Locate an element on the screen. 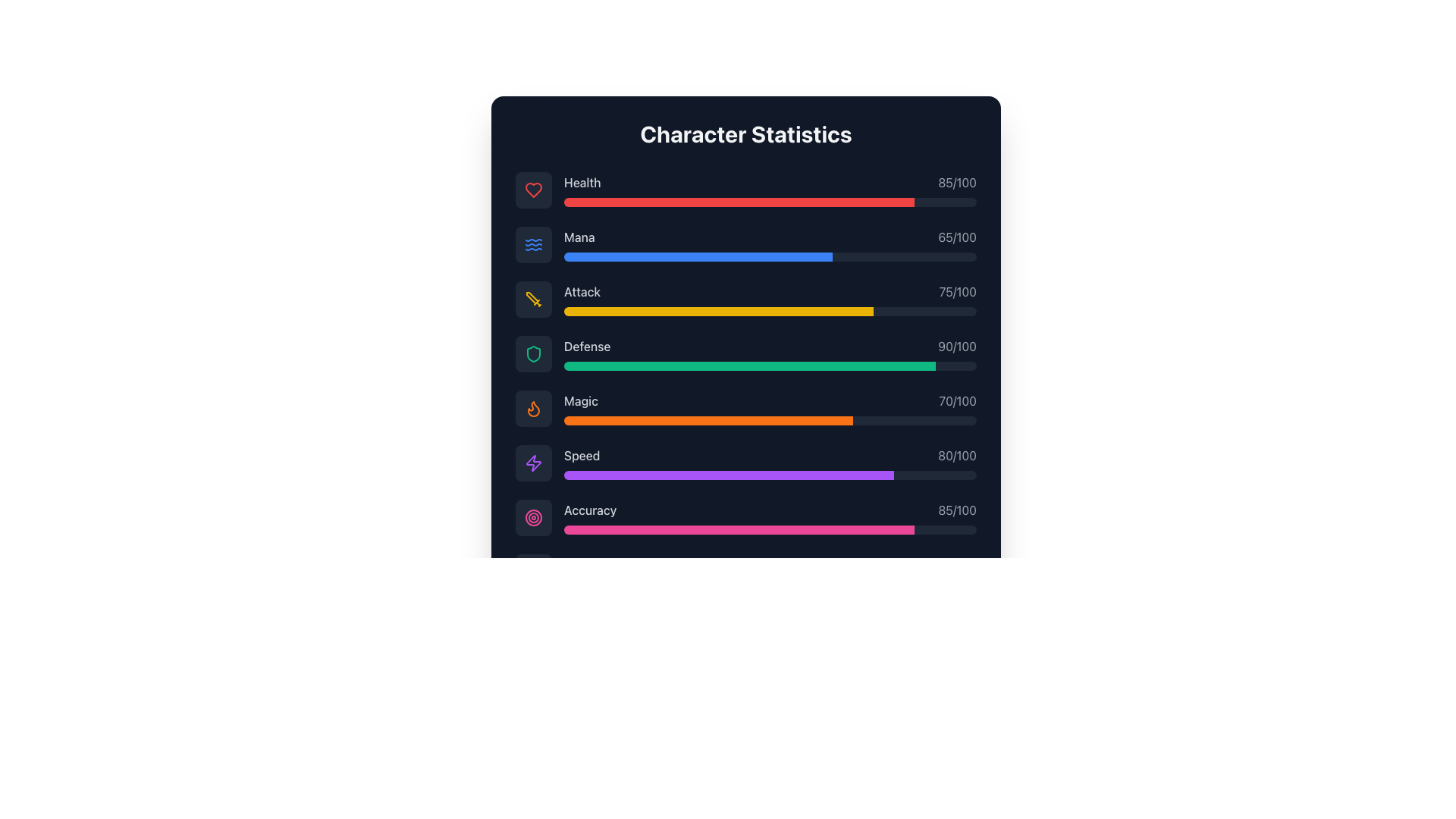 This screenshot has height=819, width=1456. the progress indicator for the 'Mana' metric, which visually represents a completion level of 65 out of 100, located in the statistics panel beneath the 'Mana' label is located at coordinates (697, 256).